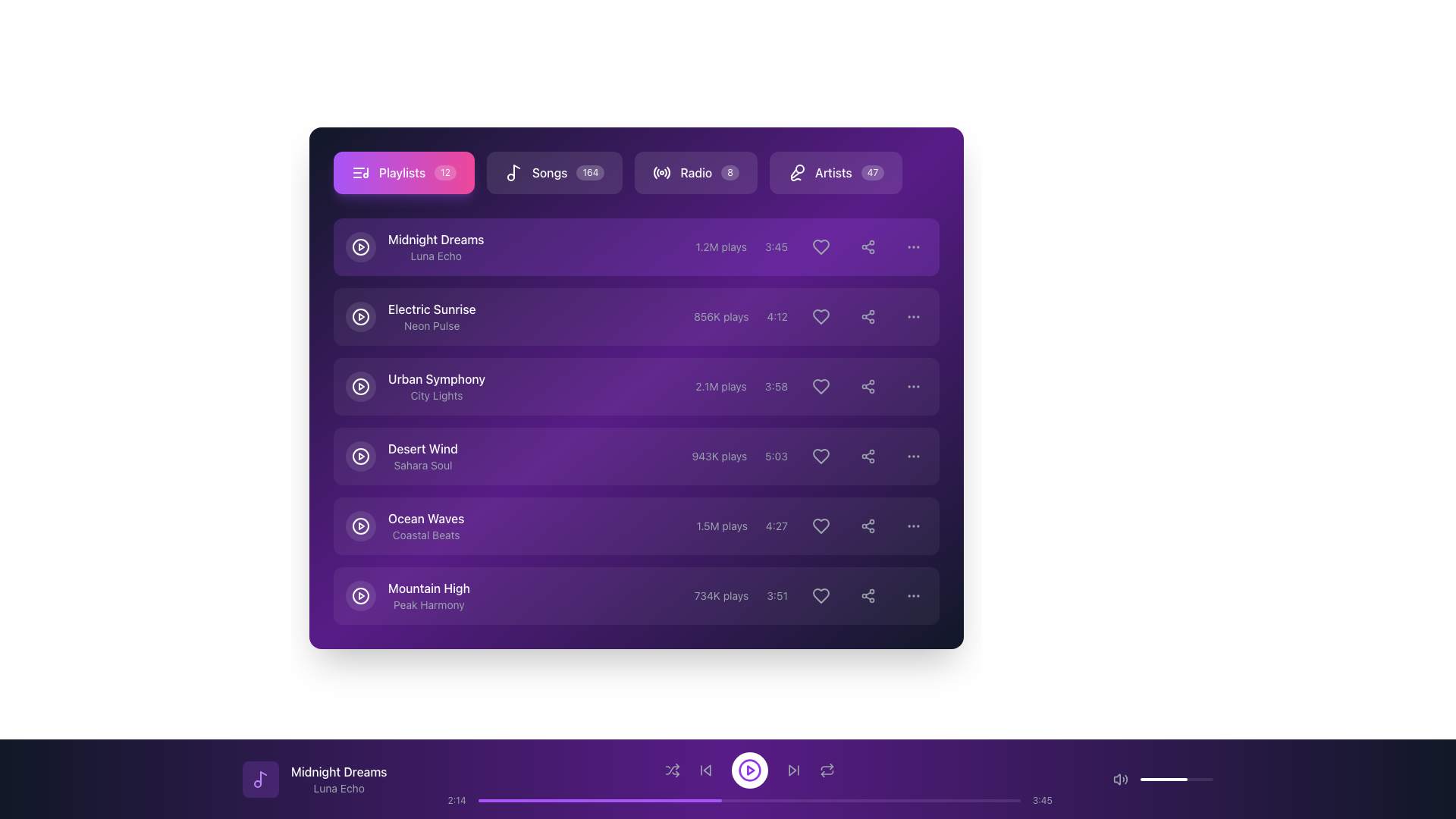  I want to click on the circular share icon located to the right of the 'Mountain High' song row in the playlist interface, so click(868, 595).